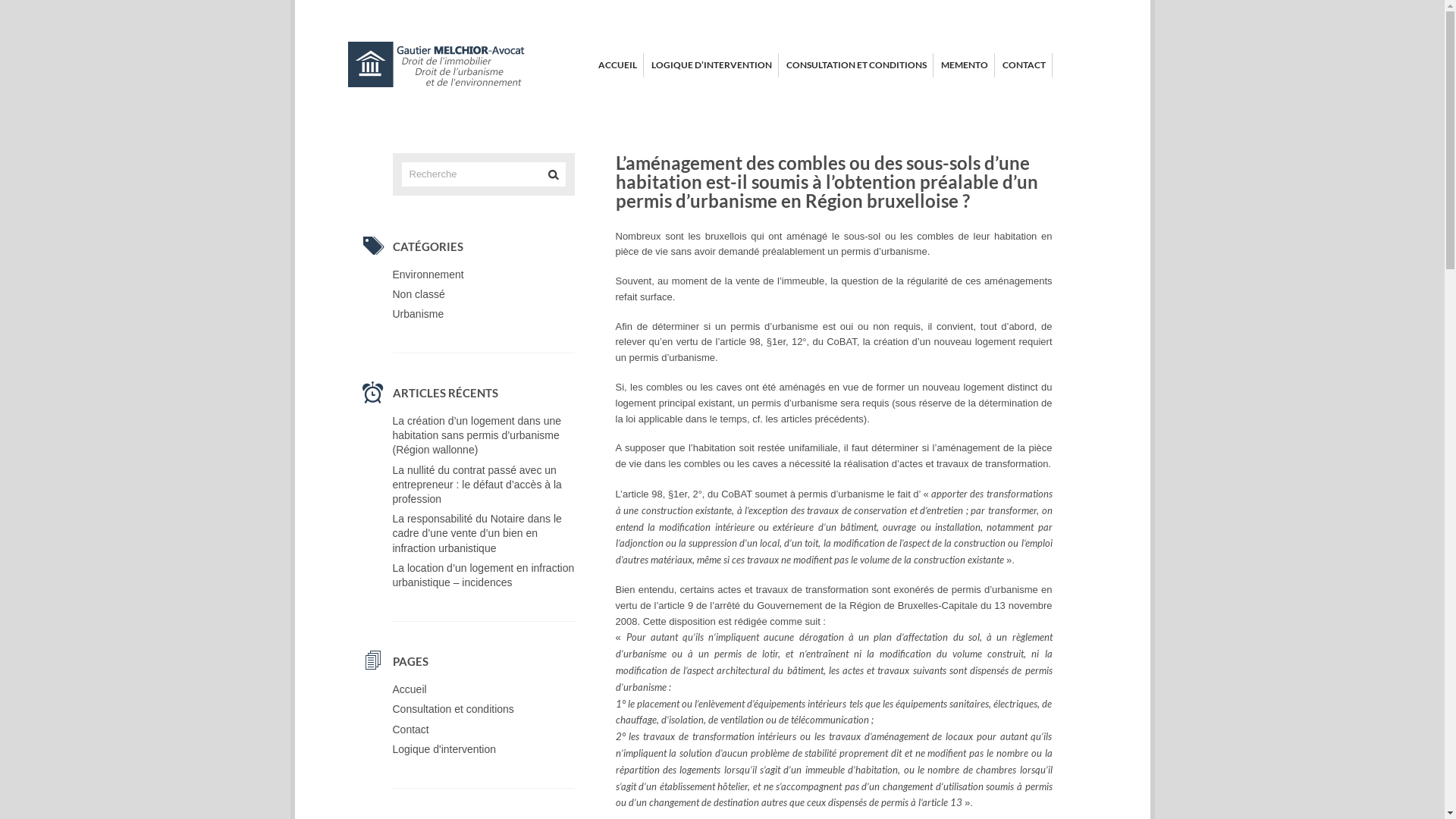 The image size is (1456, 819). What do you see at coordinates (428, 275) in the screenshot?
I see `'Environnement'` at bounding box center [428, 275].